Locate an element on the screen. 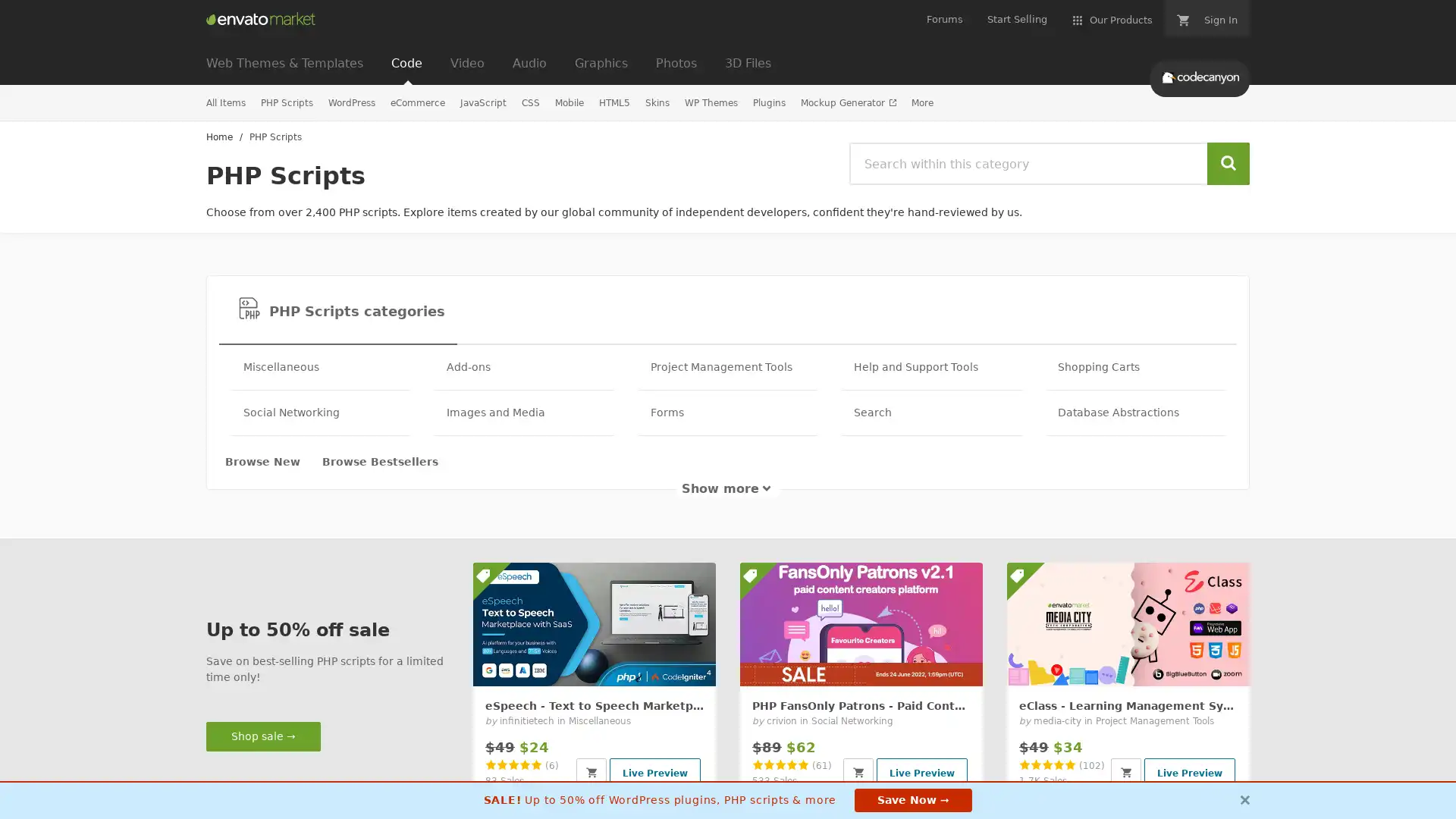 Image resolution: width=1456 pixels, height=819 pixels. Add to collection is located at coordinates (922, 663).